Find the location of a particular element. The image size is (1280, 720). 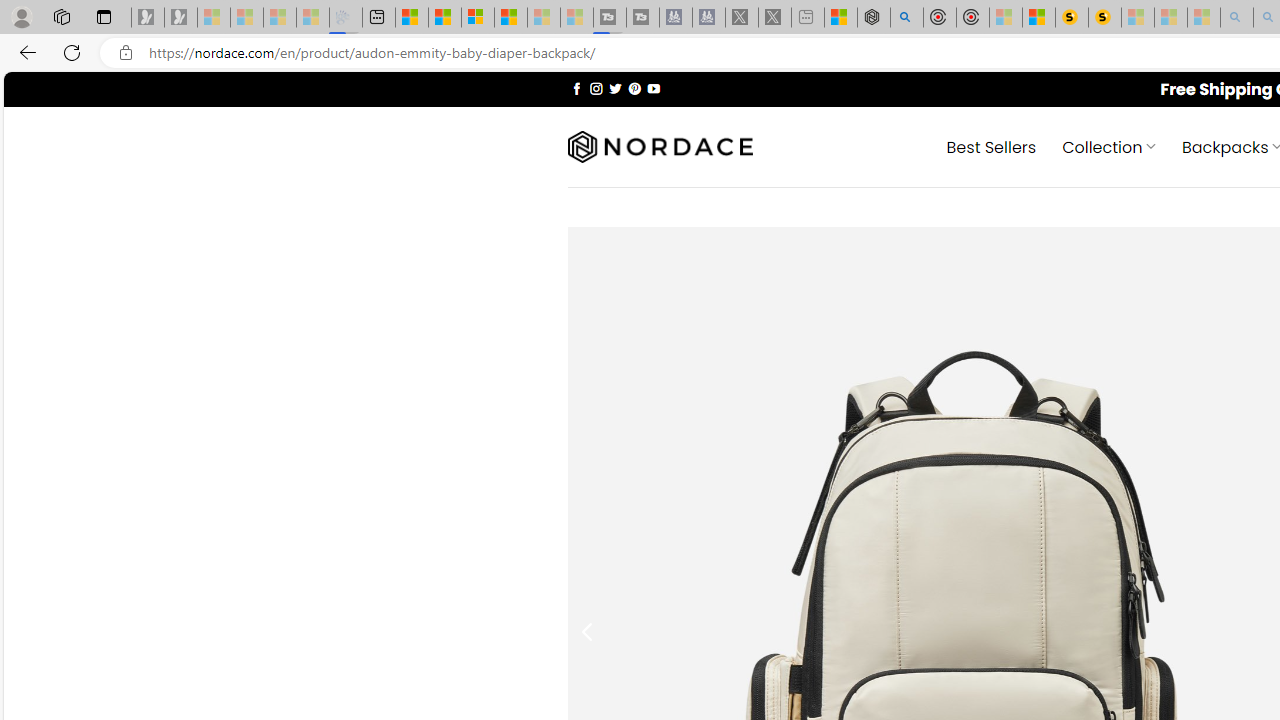

'Follow on Pinterest' is located at coordinates (633, 87).